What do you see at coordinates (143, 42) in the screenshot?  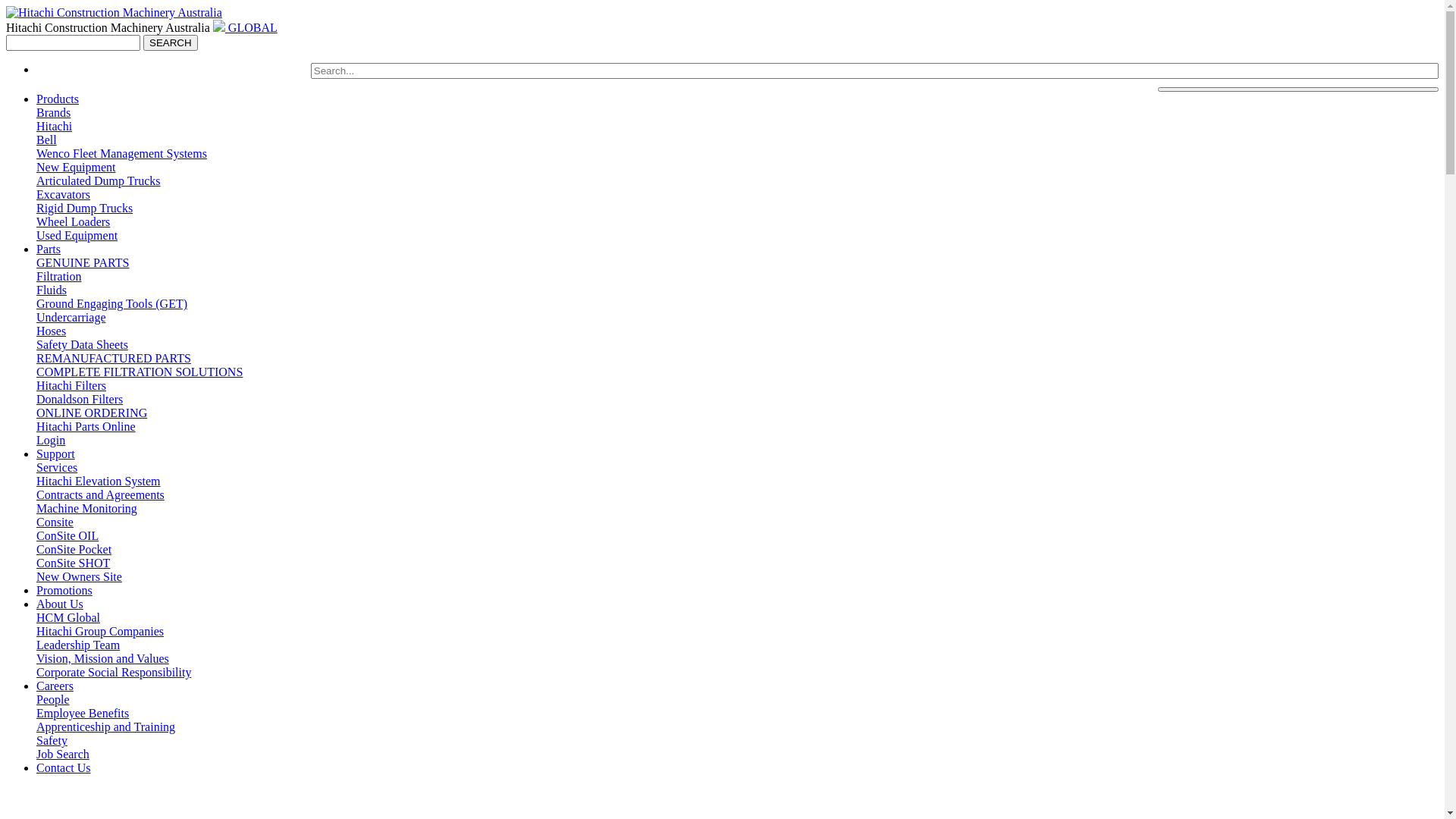 I see `'SEARCH'` at bounding box center [143, 42].